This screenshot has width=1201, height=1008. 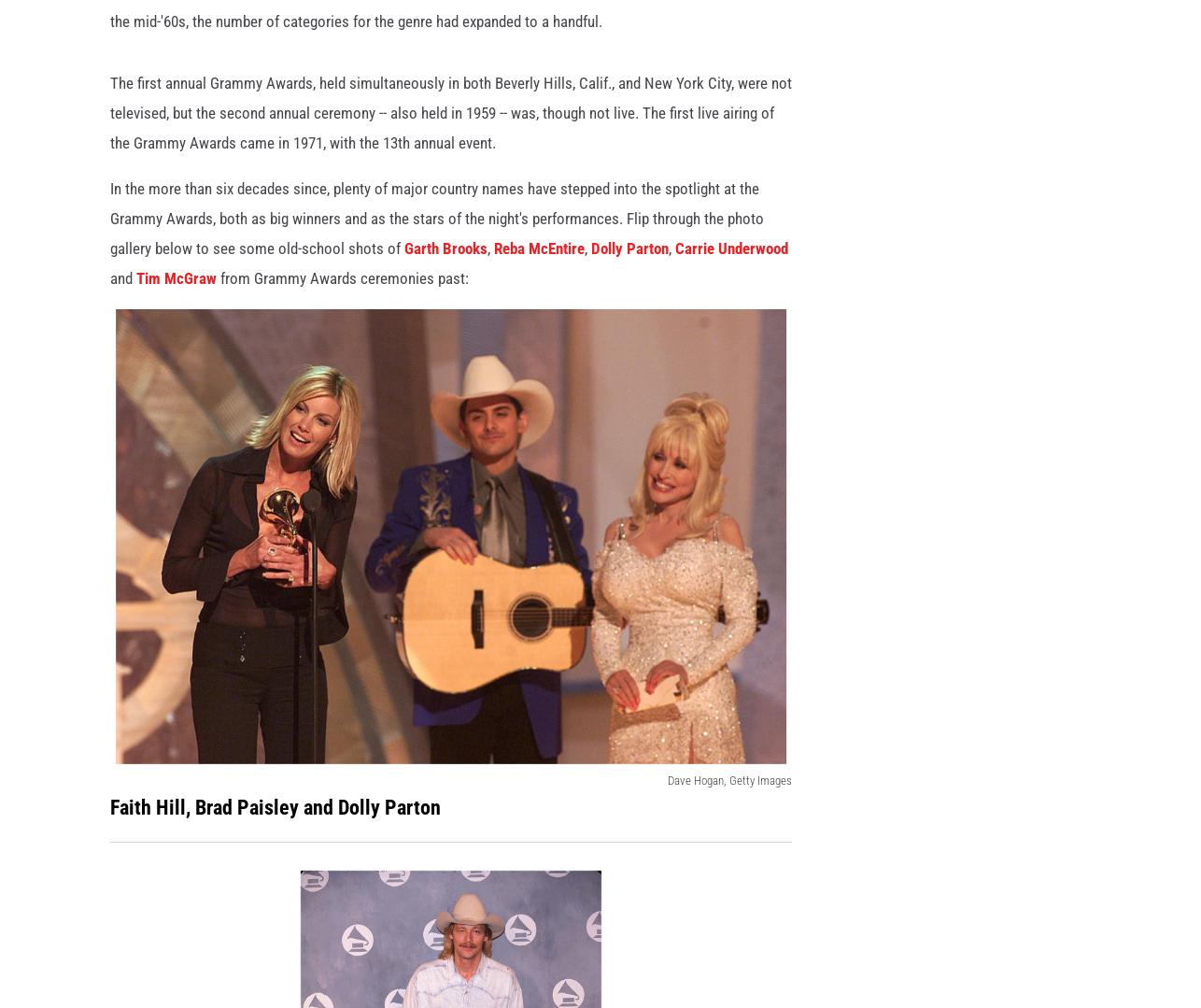 What do you see at coordinates (276, 835) in the screenshot?
I see `'Faith Hill, Brad Paisley and Dolly Parton'` at bounding box center [276, 835].